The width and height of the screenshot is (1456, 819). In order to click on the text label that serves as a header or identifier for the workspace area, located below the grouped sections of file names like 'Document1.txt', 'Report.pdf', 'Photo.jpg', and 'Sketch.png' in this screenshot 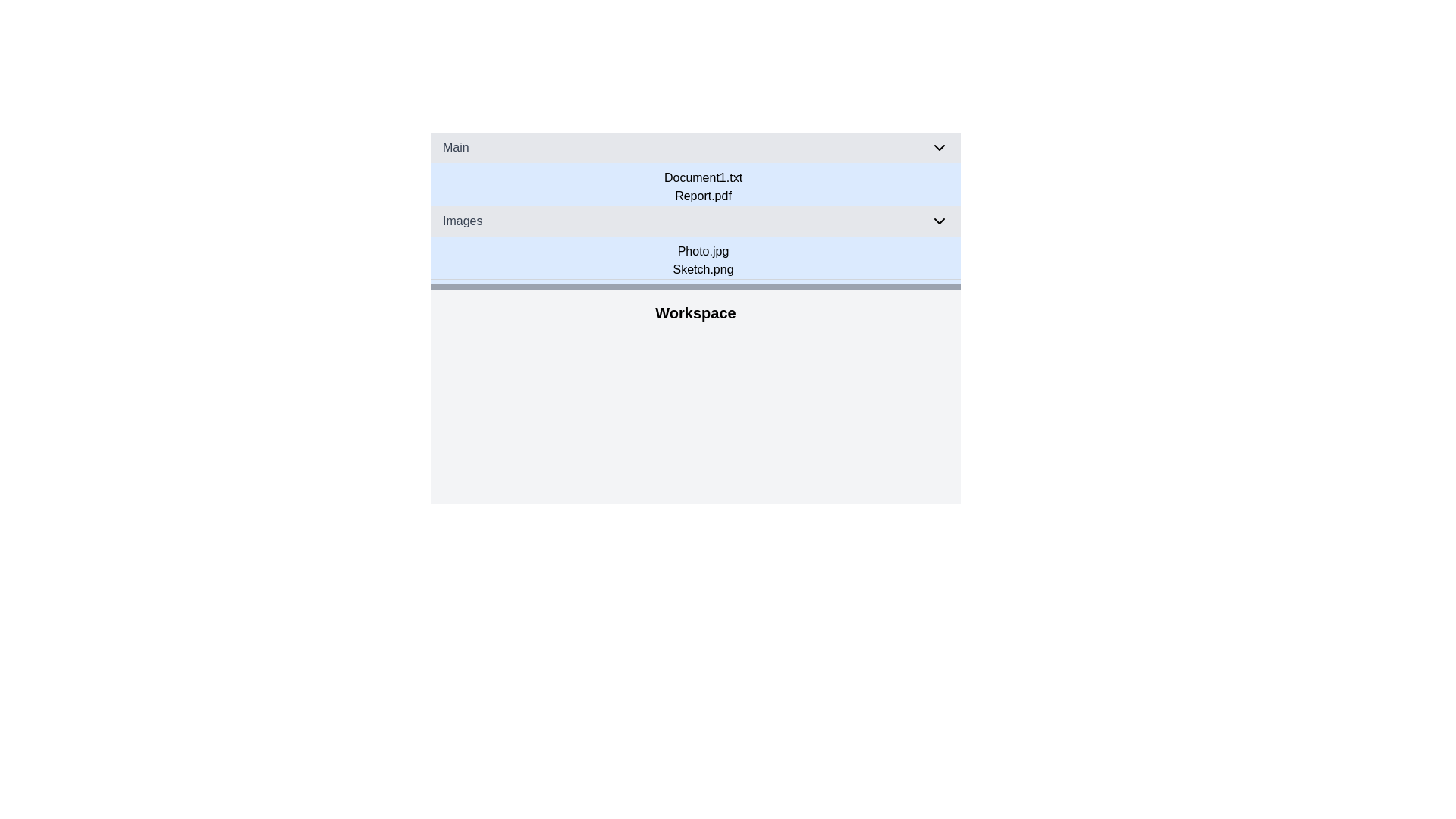, I will do `click(695, 309)`.